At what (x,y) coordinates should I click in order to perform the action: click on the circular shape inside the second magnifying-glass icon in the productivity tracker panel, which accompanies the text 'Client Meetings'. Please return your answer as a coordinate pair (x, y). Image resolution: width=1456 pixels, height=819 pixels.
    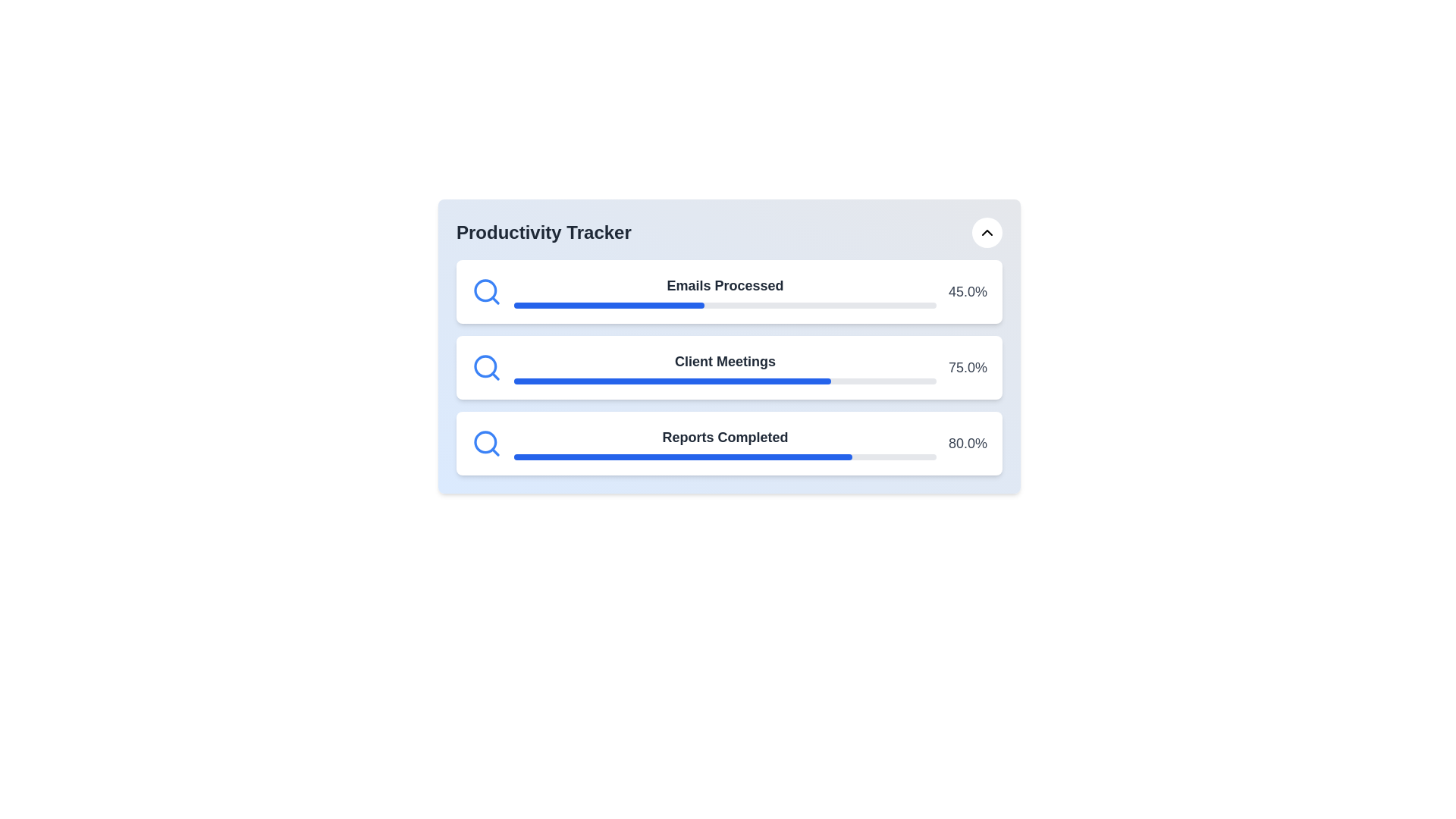
    Looking at the image, I should click on (485, 366).